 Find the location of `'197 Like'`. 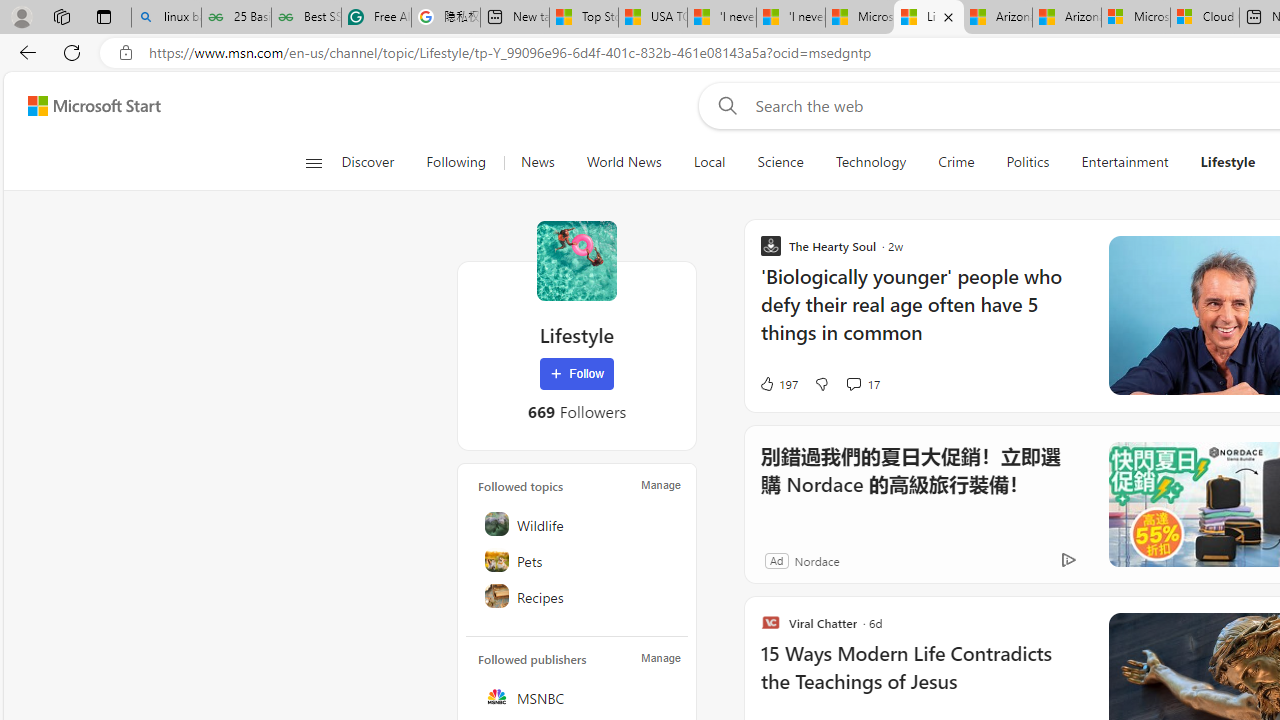

'197 Like' is located at coordinates (777, 384).